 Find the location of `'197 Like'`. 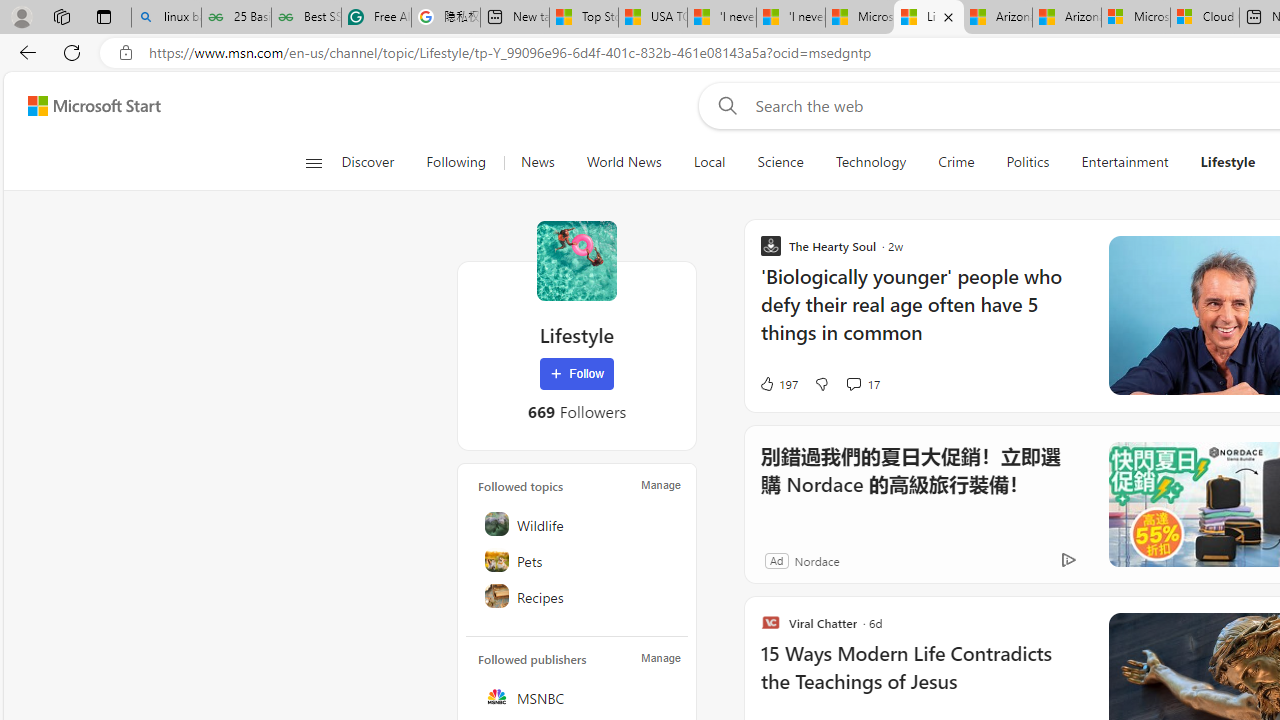

'197 Like' is located at coordinates (777, 384).